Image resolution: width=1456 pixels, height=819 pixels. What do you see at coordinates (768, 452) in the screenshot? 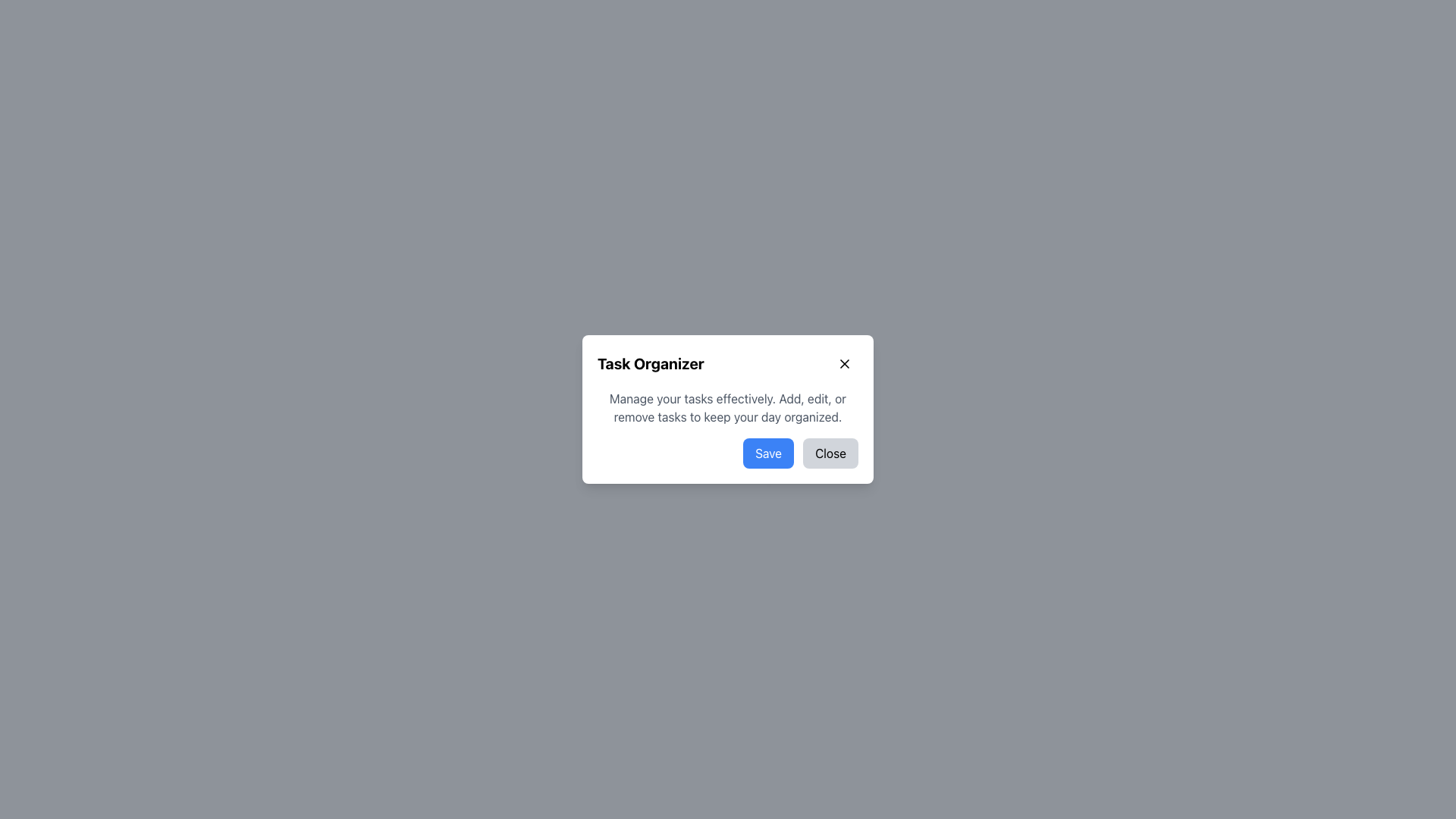
I see `the 'Save' button located at the bottom right corner of the 'Task Organizer' dialog` at bounding box center [768, 452].